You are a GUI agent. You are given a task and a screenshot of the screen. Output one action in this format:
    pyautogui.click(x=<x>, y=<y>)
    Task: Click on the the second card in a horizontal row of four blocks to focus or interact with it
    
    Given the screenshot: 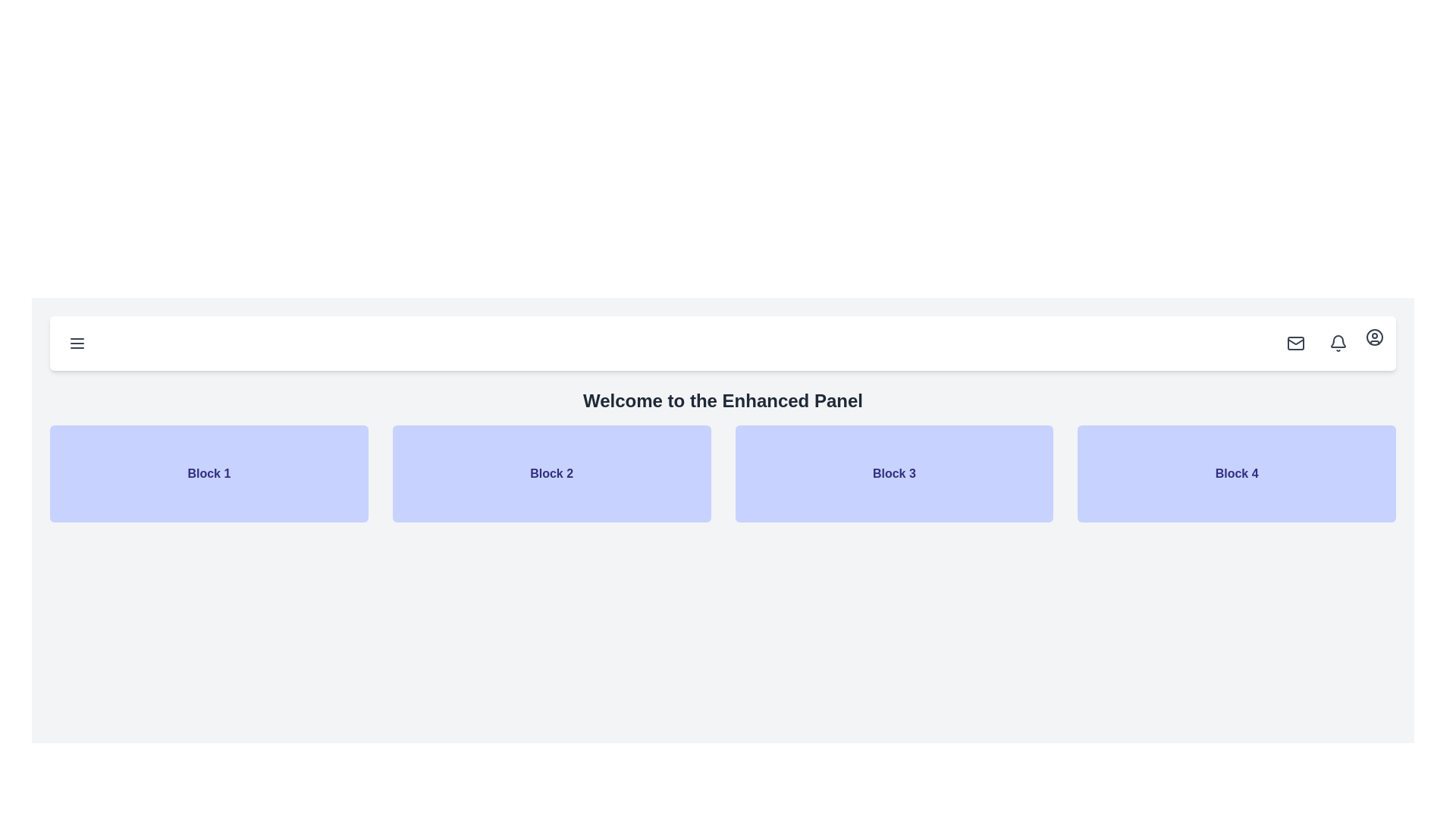 What is the action you would take?
    pyautogui.click(x=551, y=472)
    